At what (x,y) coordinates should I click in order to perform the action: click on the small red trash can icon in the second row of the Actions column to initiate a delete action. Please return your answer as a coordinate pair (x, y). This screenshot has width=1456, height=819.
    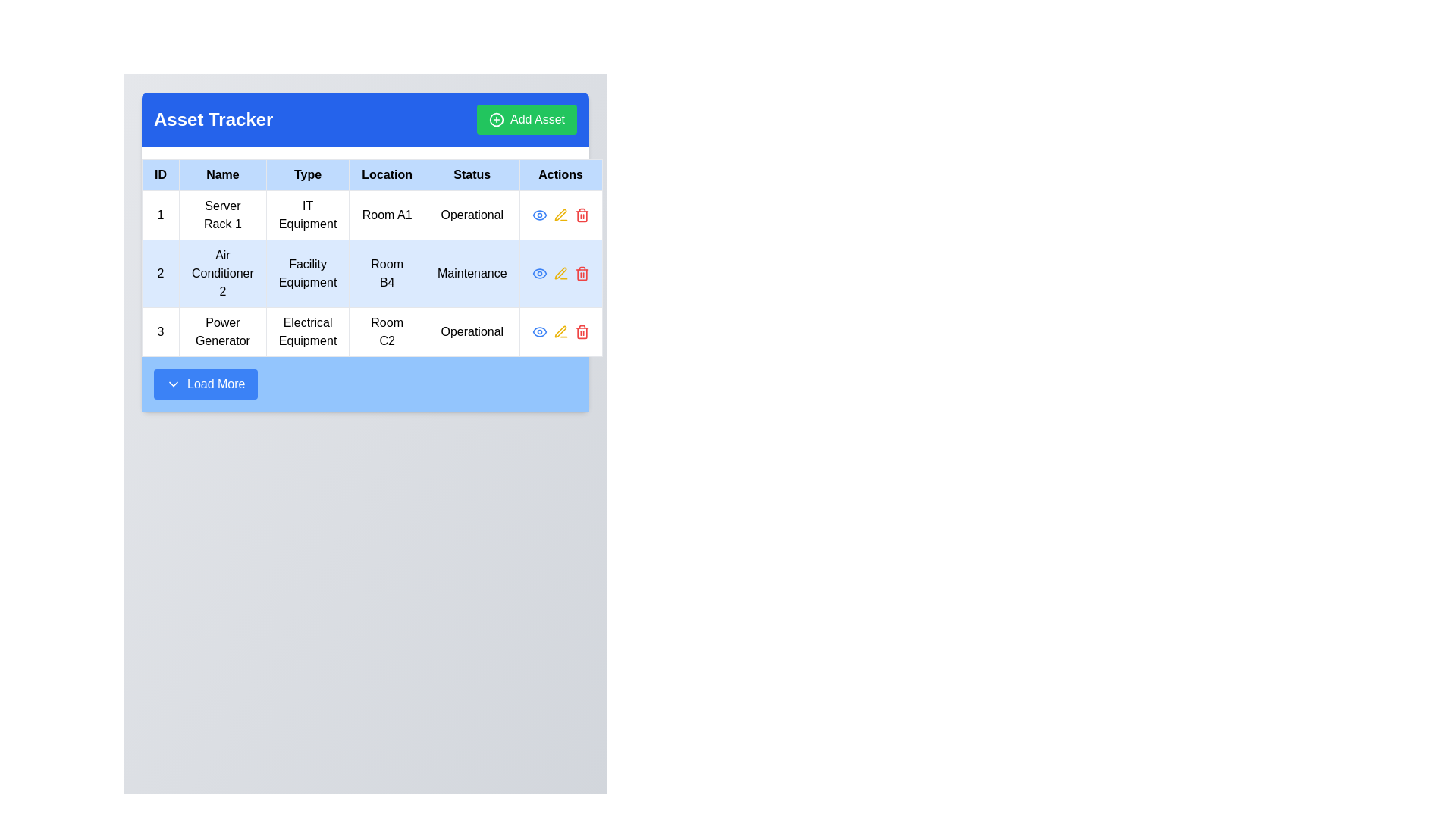
    Looking at the image, I should click on (581, 274).